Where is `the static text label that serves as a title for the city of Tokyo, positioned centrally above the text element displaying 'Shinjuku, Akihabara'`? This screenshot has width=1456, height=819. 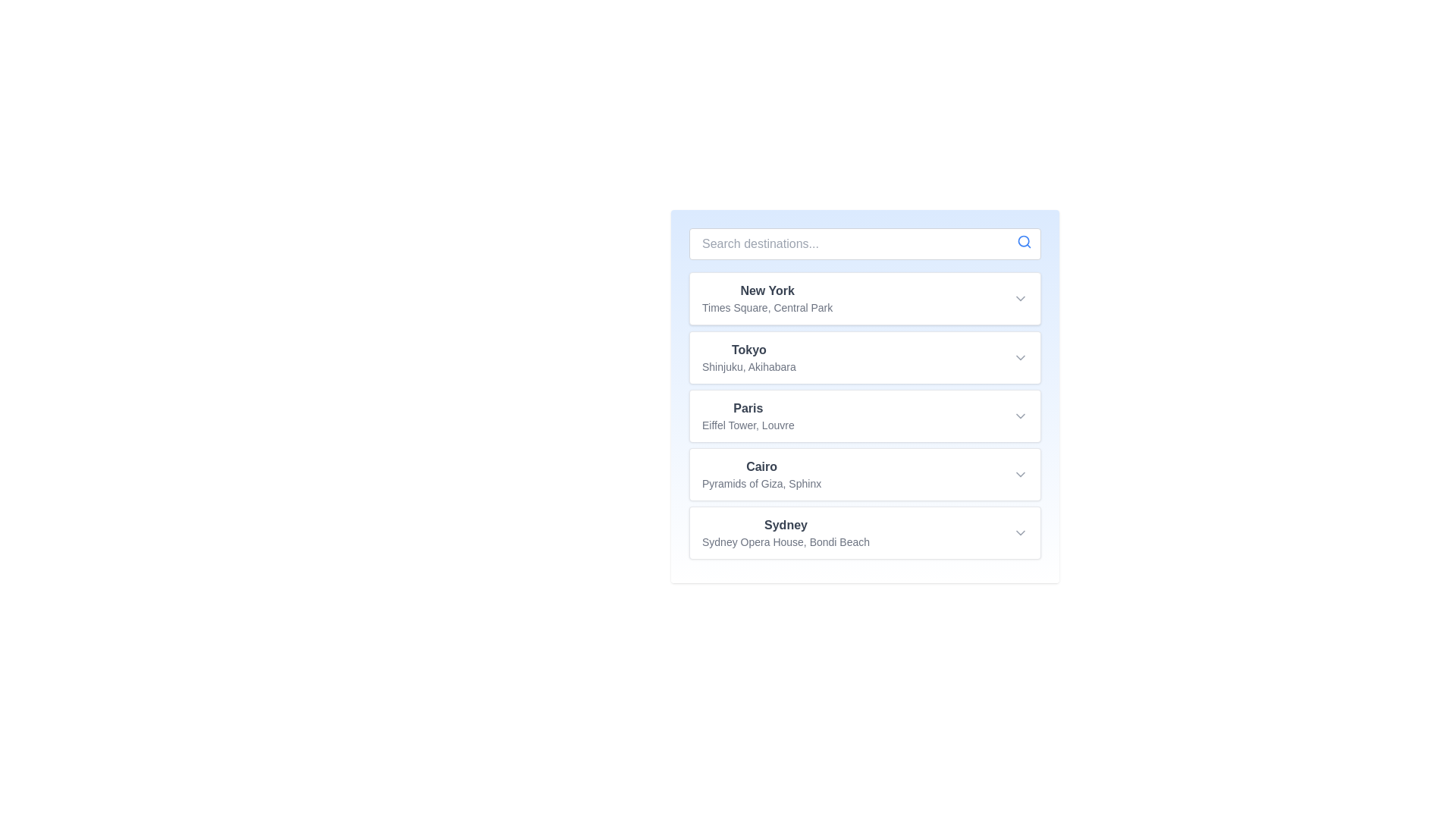
the static text label that serves as a title for the city of Tokyo, positioned centrally above the text element displaying 'Shinjuku, Akihabara' is located at coordinates (748, 350).